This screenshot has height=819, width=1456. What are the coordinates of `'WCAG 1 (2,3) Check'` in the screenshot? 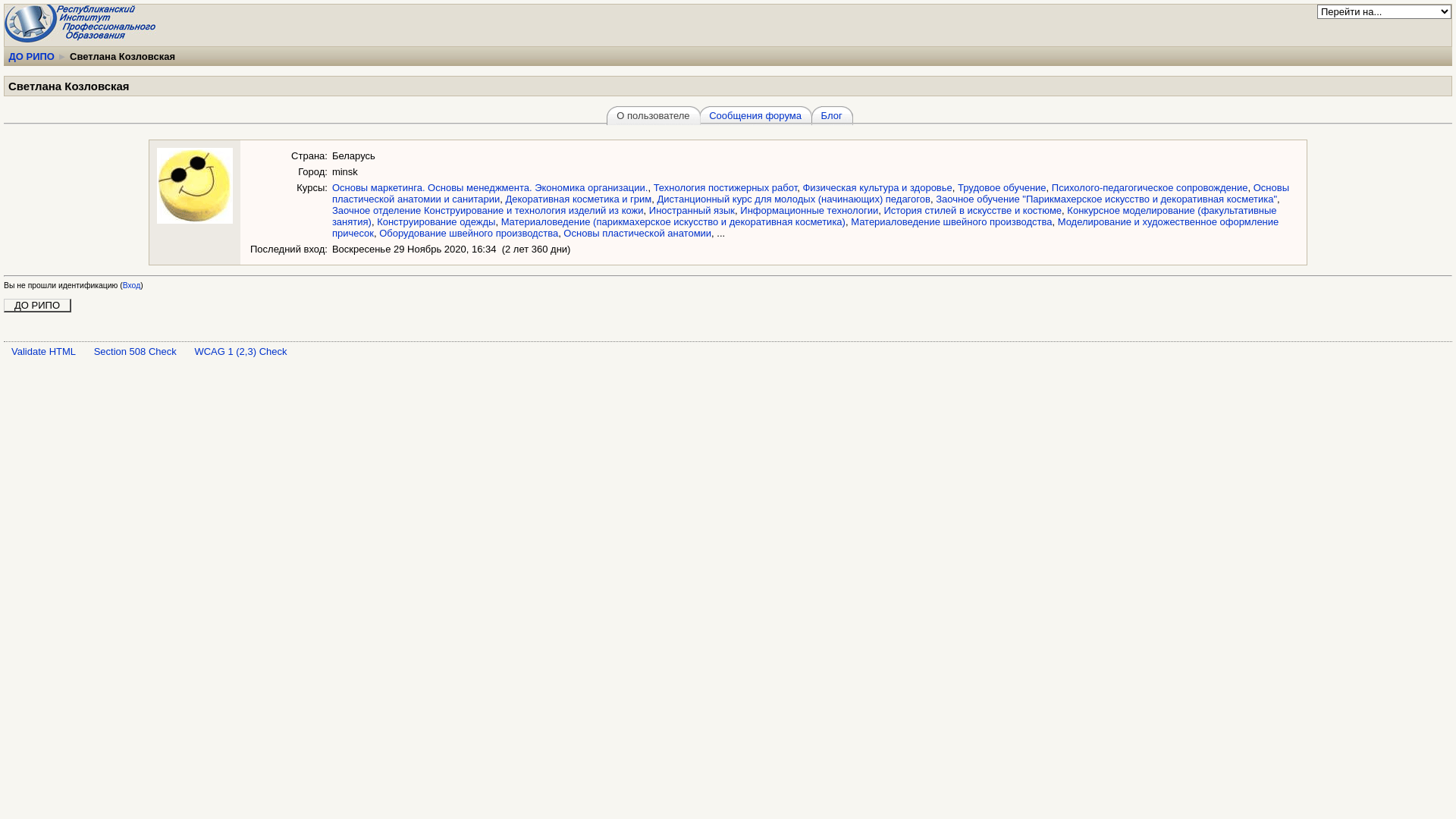 It's located at (239, 351).